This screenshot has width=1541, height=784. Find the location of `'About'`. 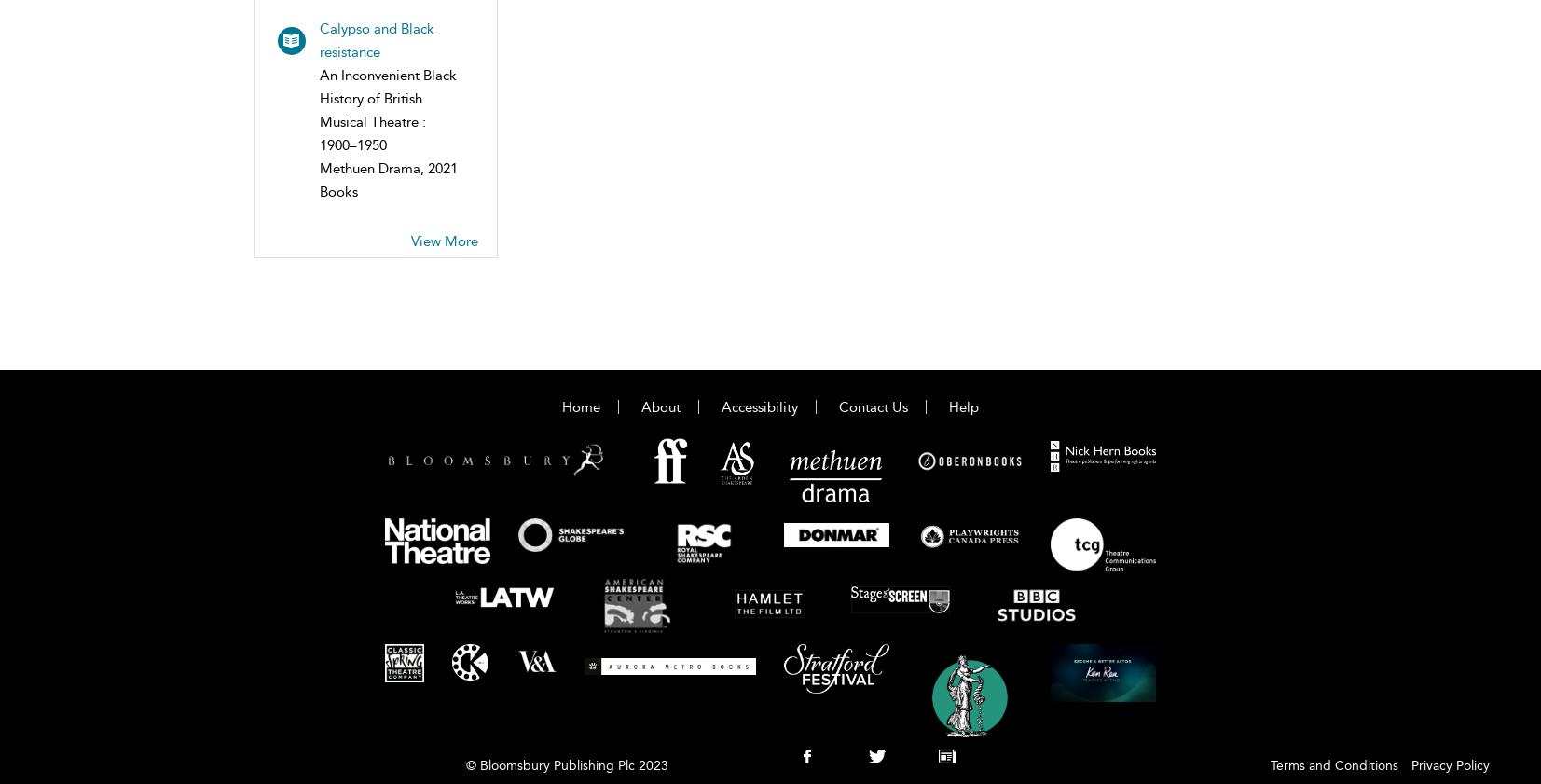

'About' is located at coordinates (659, 406).